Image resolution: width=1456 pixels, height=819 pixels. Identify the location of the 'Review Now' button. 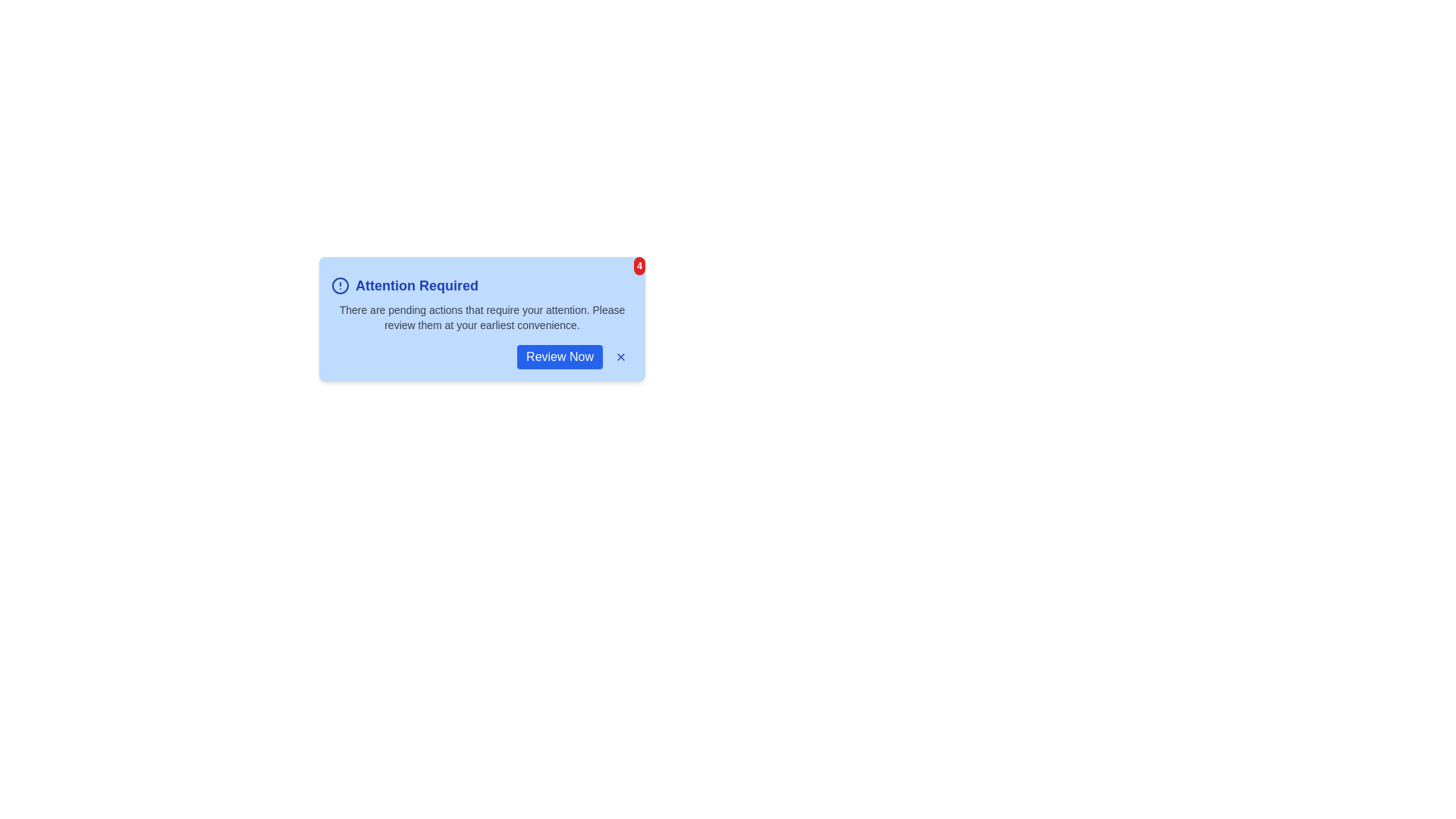
(559, 356).